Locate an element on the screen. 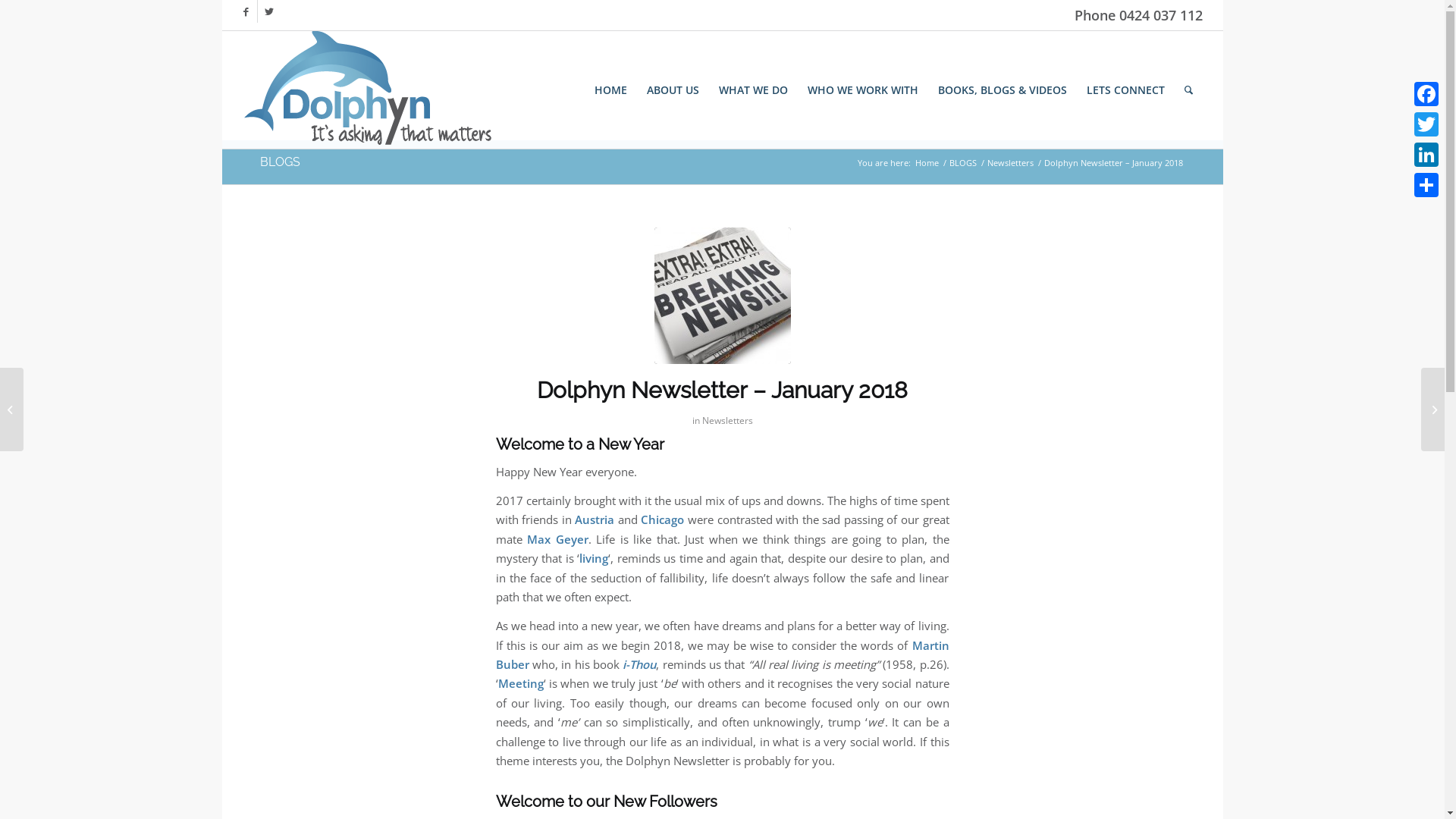  'BOOKS, BLOGS & VIDEOS' is located at coordinates (1002, 89).